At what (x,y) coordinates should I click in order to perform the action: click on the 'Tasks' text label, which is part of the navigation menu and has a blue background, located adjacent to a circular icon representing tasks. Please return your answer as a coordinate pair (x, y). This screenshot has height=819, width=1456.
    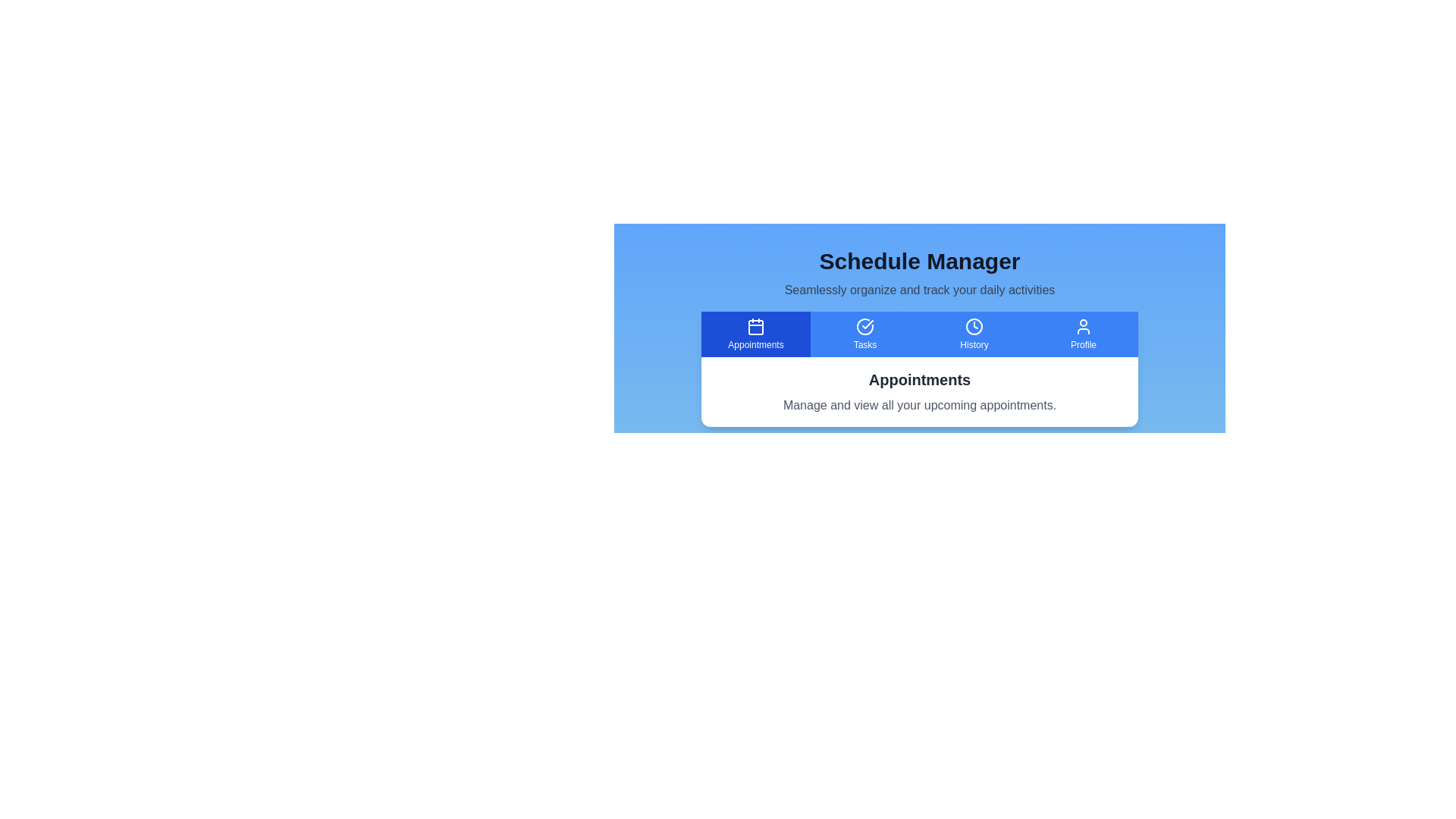
    Looking at the image, I should click on (865, 345).